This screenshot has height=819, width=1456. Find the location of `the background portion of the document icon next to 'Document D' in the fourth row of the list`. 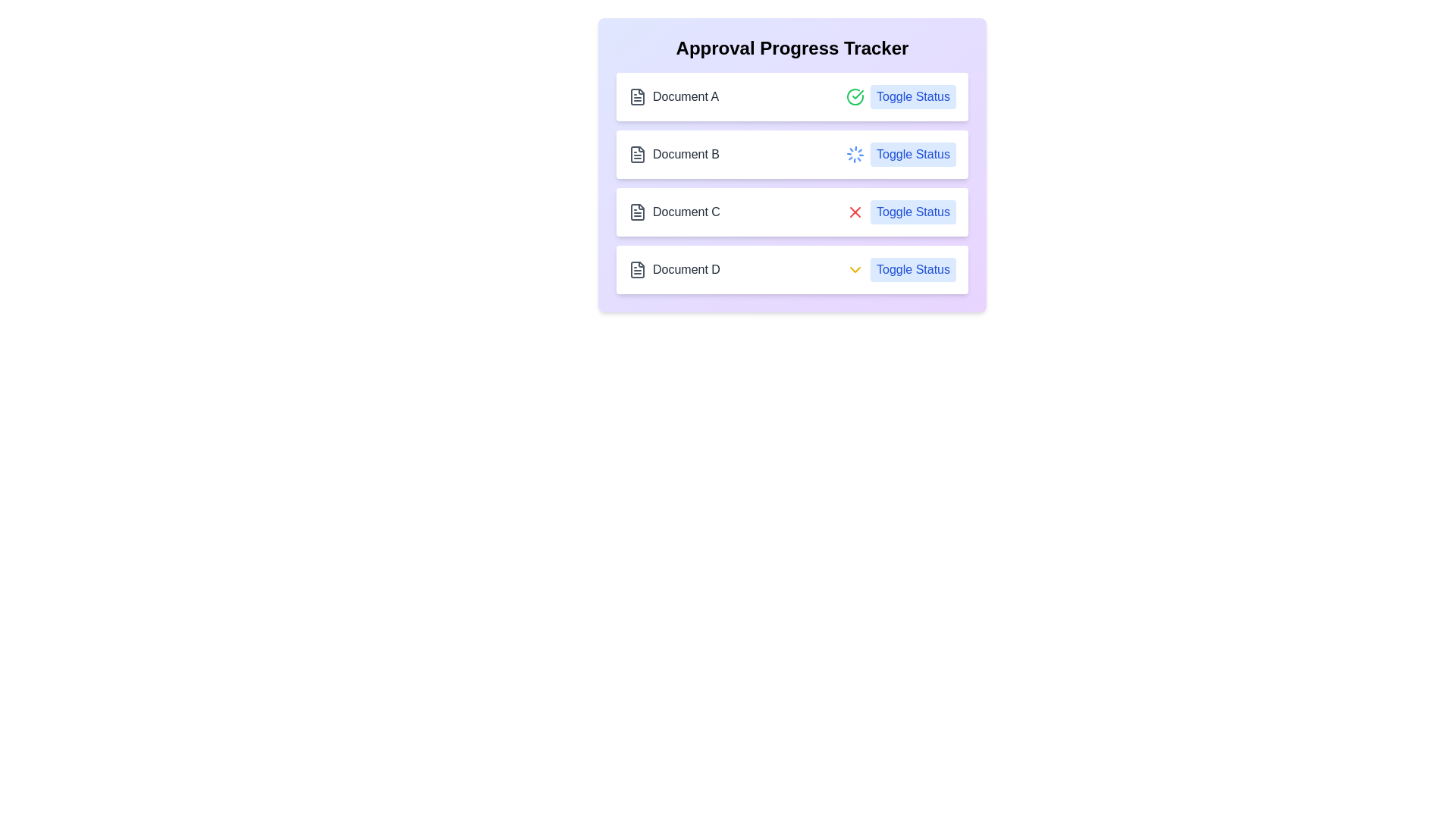

the background portion of the document icon next to 'Document D' in the fourth row of the list is located at coordinates (637, 268).